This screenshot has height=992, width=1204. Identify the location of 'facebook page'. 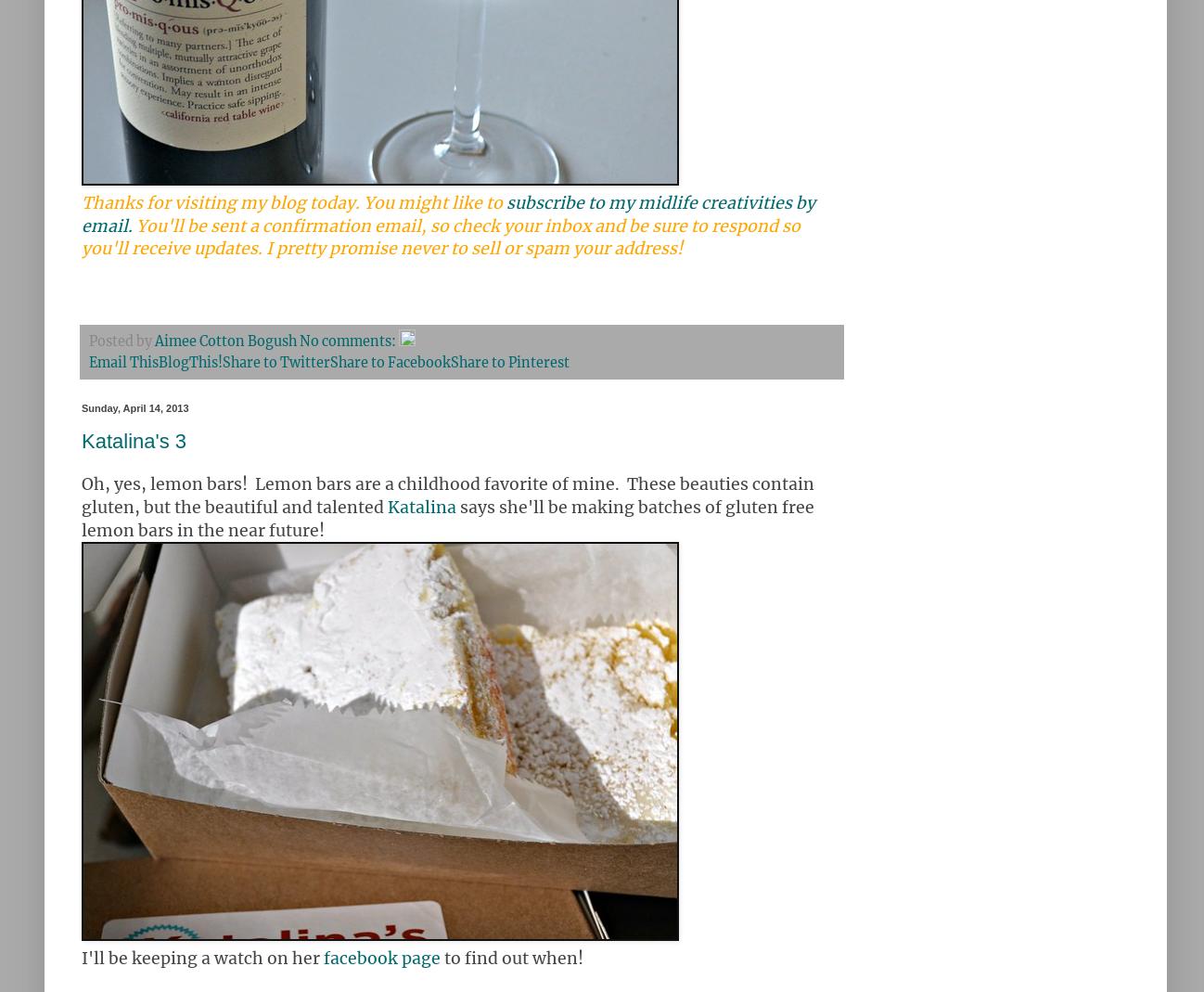
(380, 958).